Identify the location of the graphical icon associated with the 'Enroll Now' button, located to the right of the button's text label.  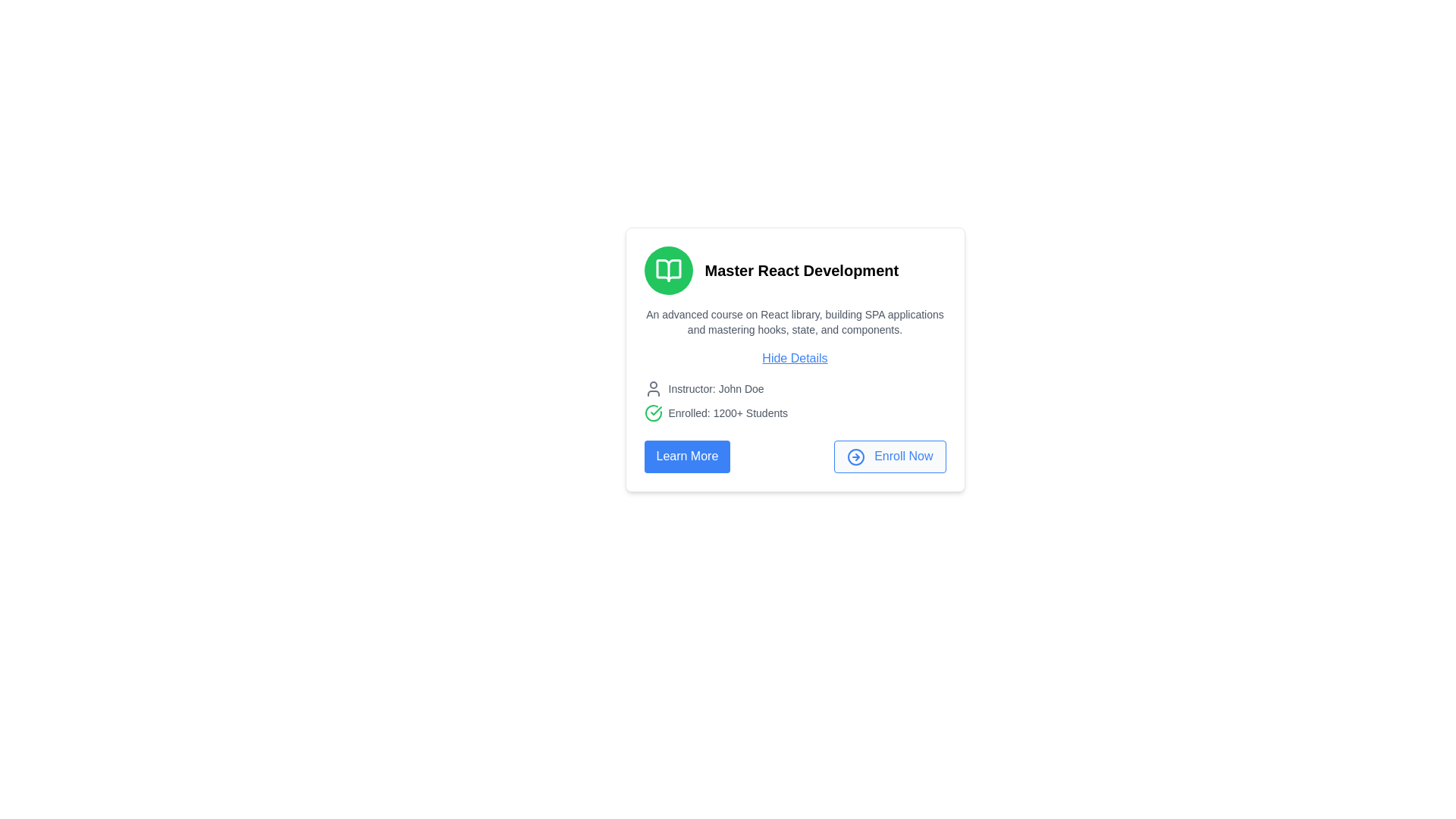
(855, 456).